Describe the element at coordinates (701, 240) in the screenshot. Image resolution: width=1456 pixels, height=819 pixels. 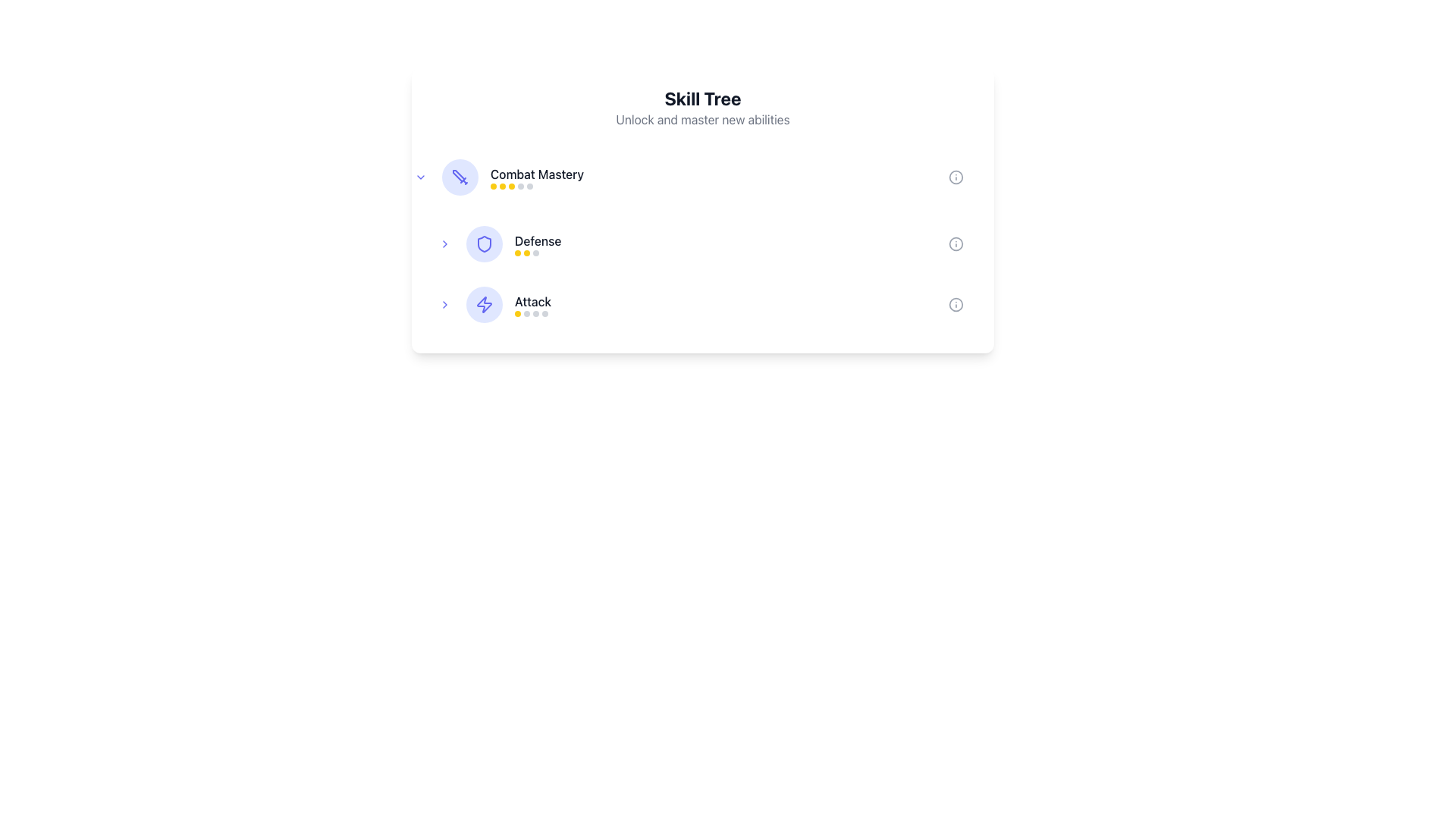
I see `the highlighted skill option in the list of skills under the 'Skill Tree' card for selection` at that location.